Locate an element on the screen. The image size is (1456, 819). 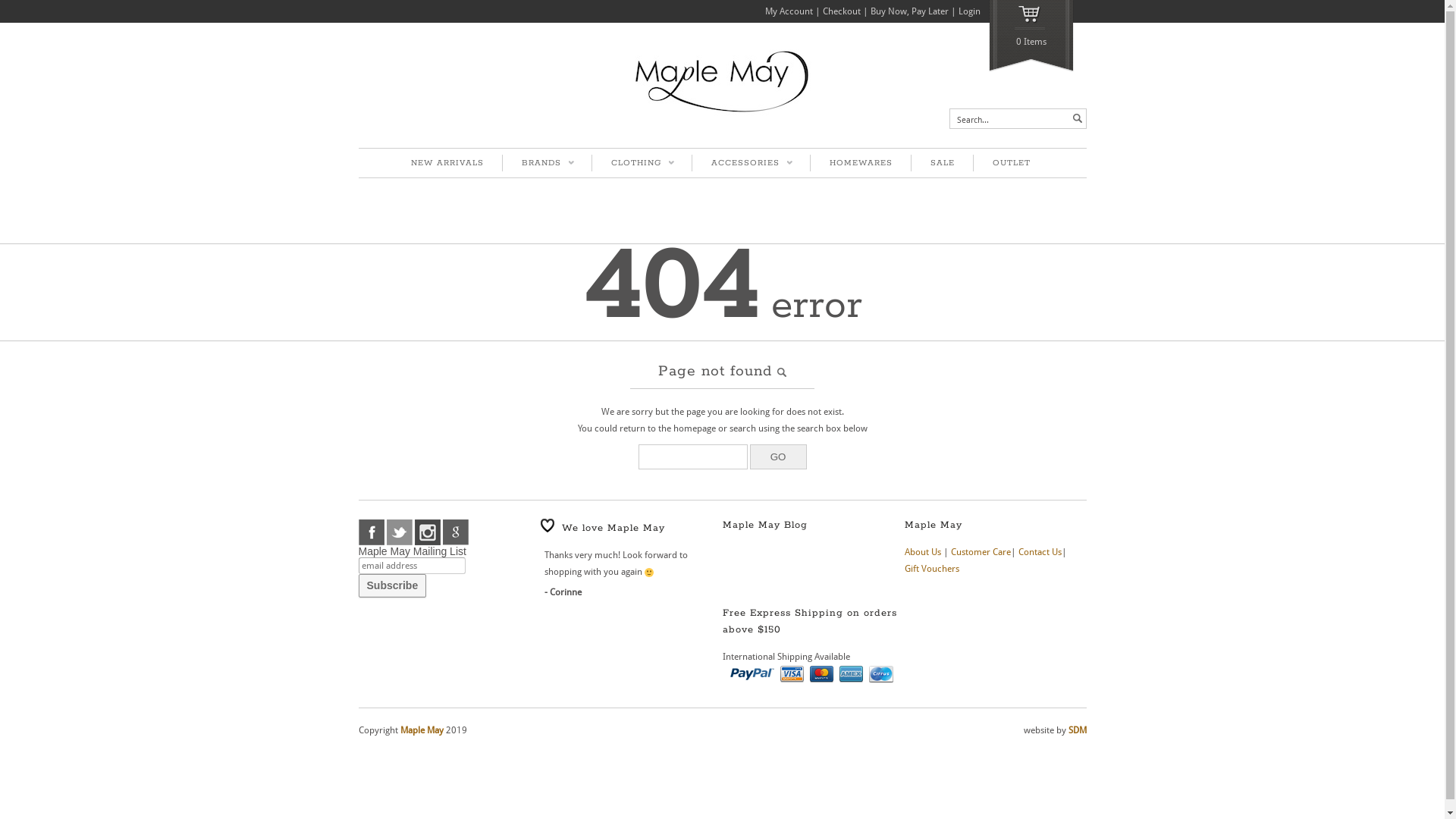
'GO' is located at coordinates (777, 456).